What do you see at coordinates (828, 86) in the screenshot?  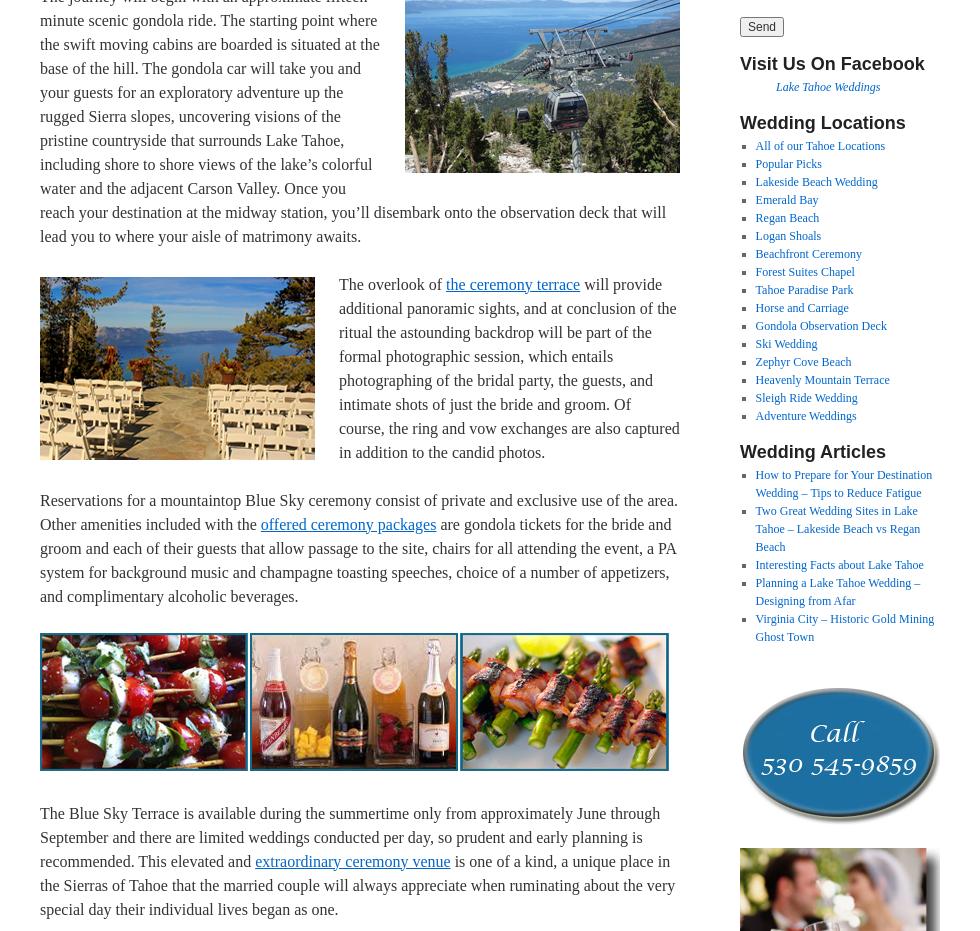 I see `'Lake Tahoe 
Weddings'` at bounding box center [828, 86].